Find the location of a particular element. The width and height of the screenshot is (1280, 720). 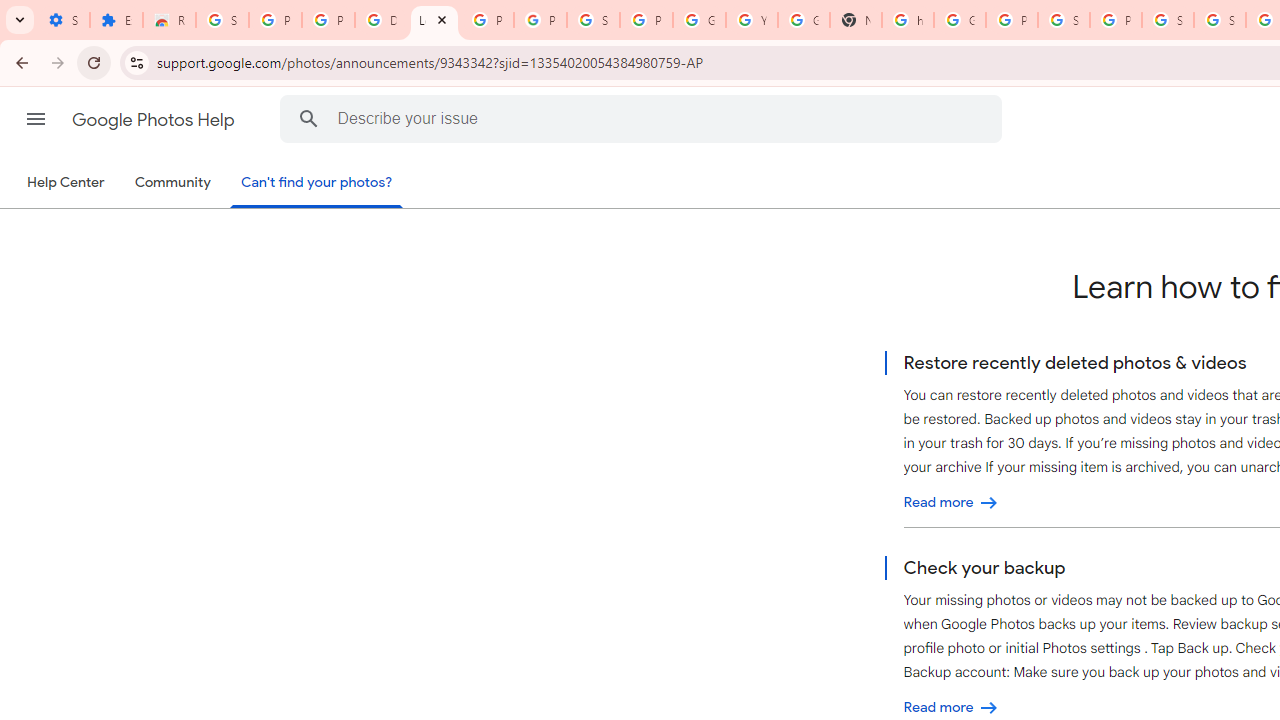

'Can' is located at coordinates (316, 183).